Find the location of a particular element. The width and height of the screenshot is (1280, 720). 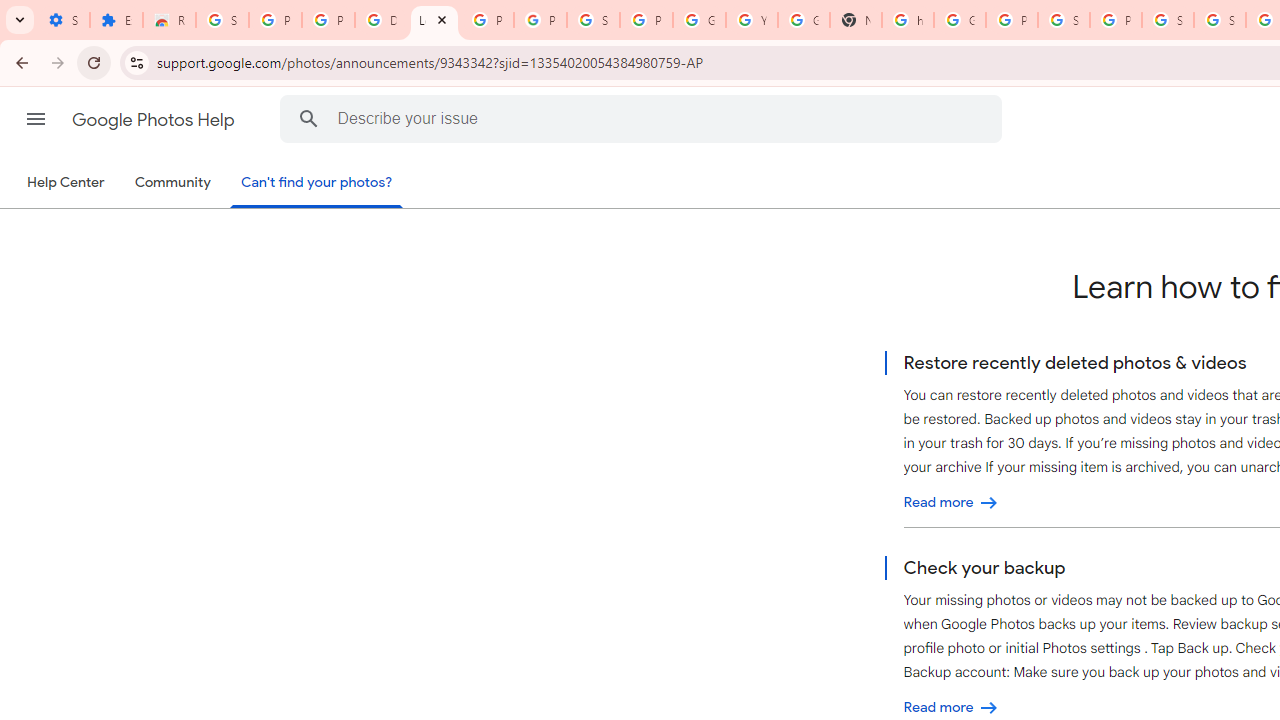

'Can' is located at coordinates (316, 183).